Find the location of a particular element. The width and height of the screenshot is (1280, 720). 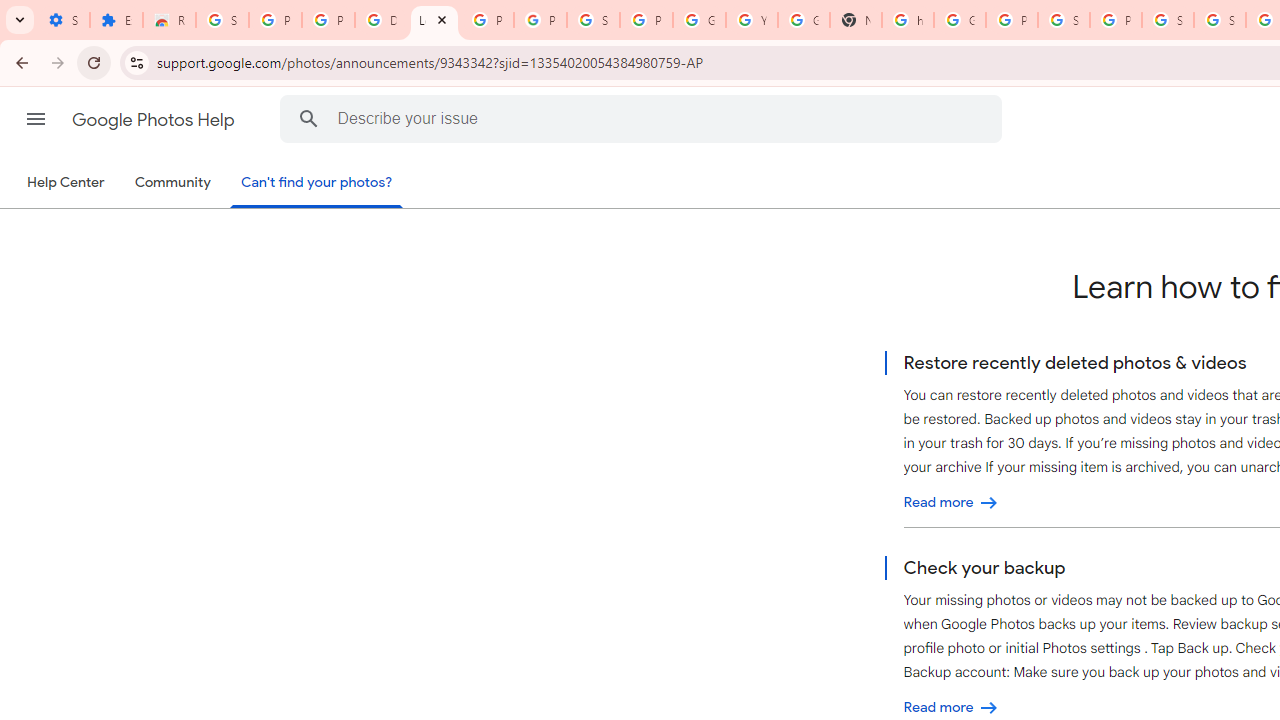

'Can' is located at coordinates (316, 183).